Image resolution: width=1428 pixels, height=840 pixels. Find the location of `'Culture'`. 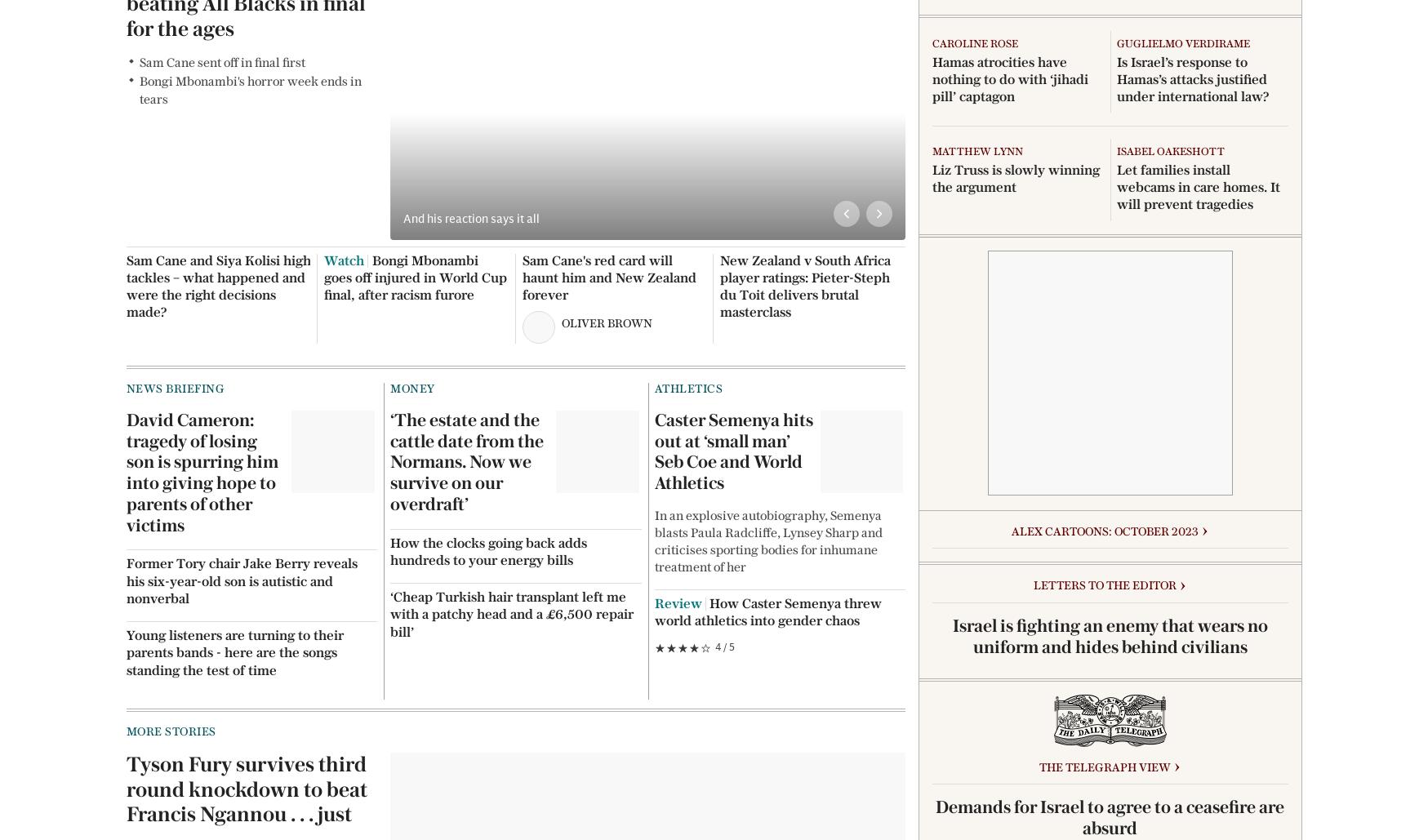

'Culture' is located at coordinates (744, 61).